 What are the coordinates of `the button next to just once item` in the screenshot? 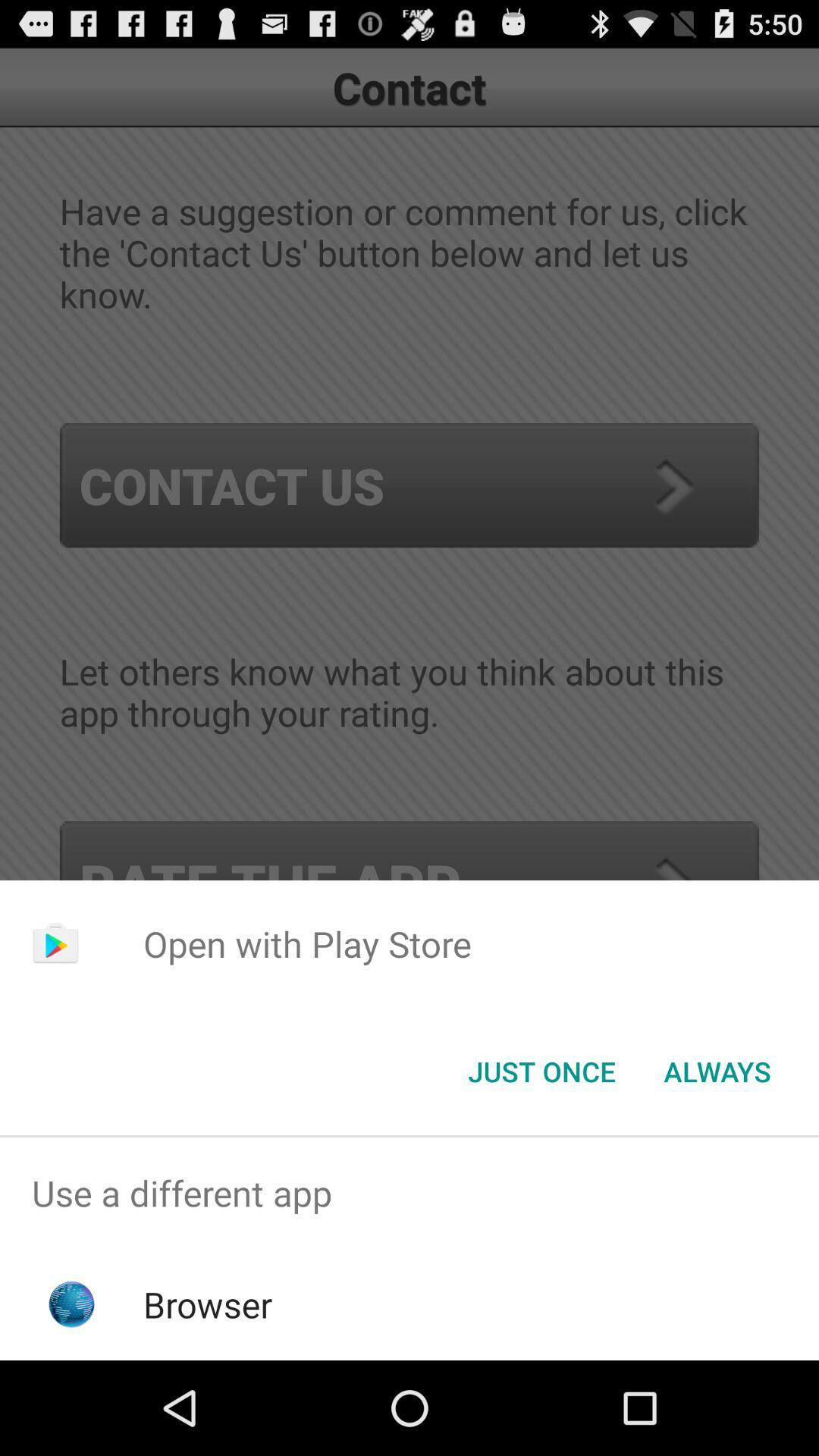 It's located at (717, 1070).